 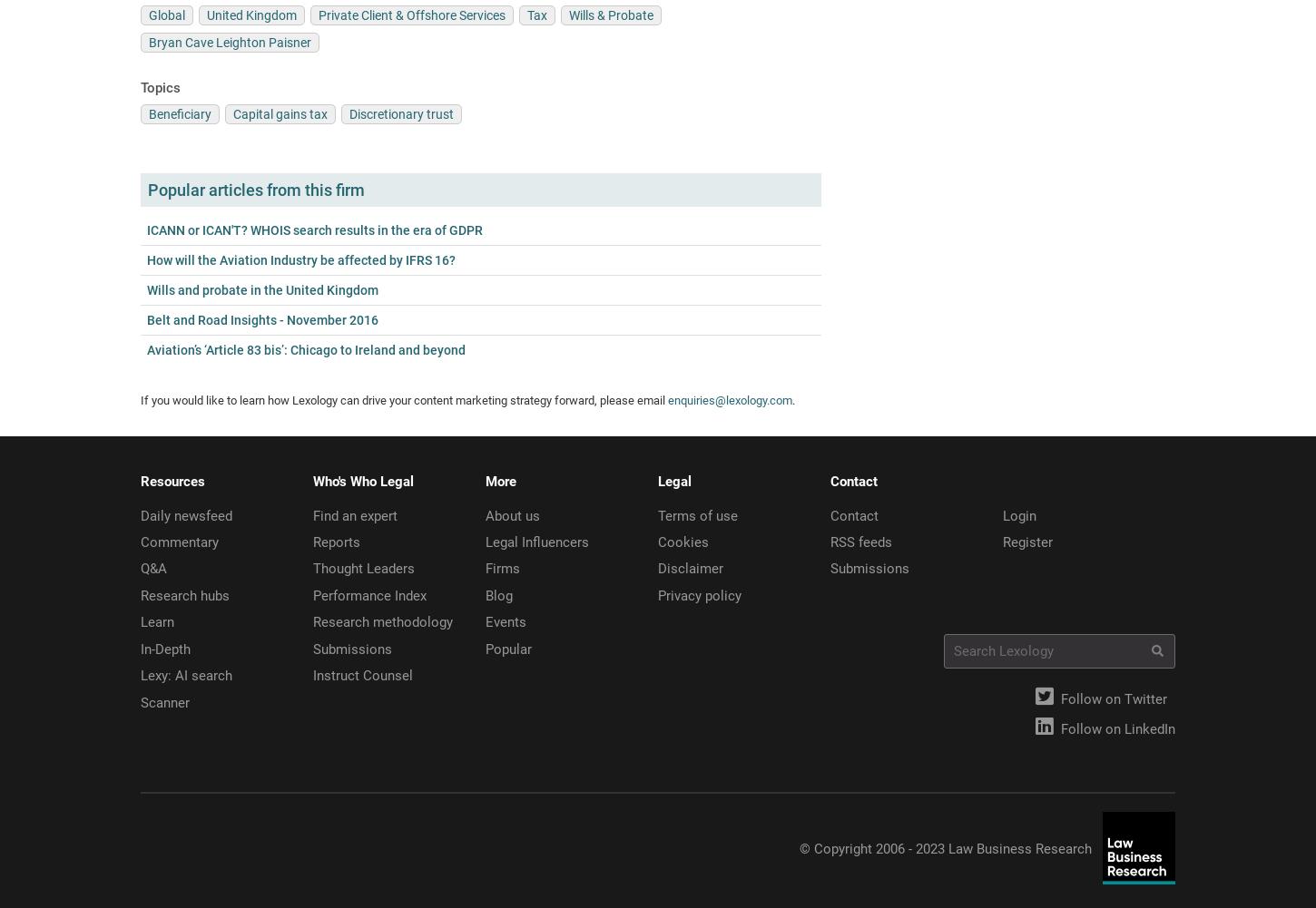 I want to click on 'If you would like to learn how Lexology can drive your content marketing strategy forward, please email', so click(x=403, y=399).